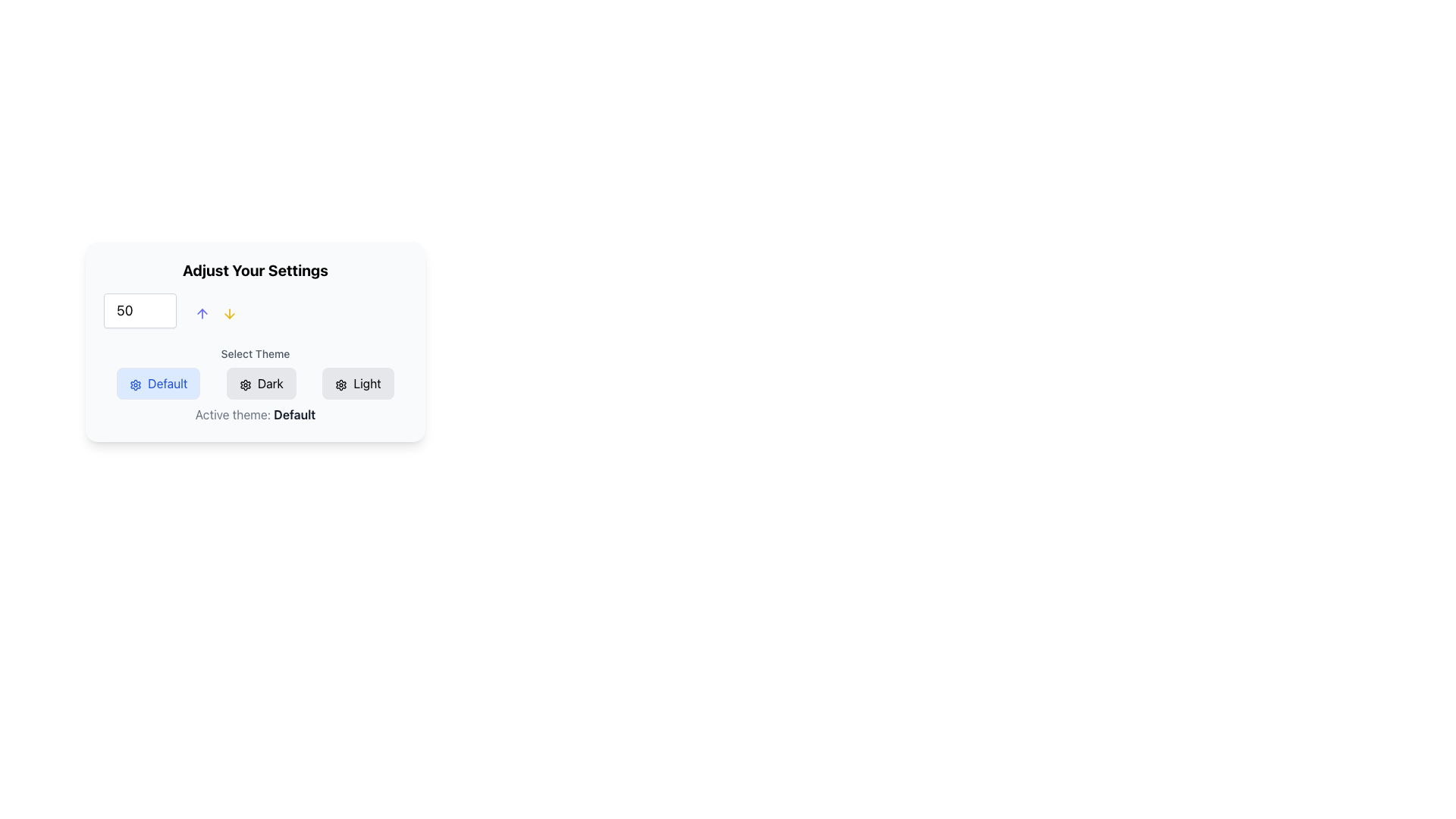 The height and width of the screenshot is (819, 1456). Describe the element at coordinates (255, 384) in the screenshot. I see `the interactive buttons for theme selection (Default, Dark, Light) located beneath 'Adjust Your Settings' and above 'Active theme: Default'` at that location.